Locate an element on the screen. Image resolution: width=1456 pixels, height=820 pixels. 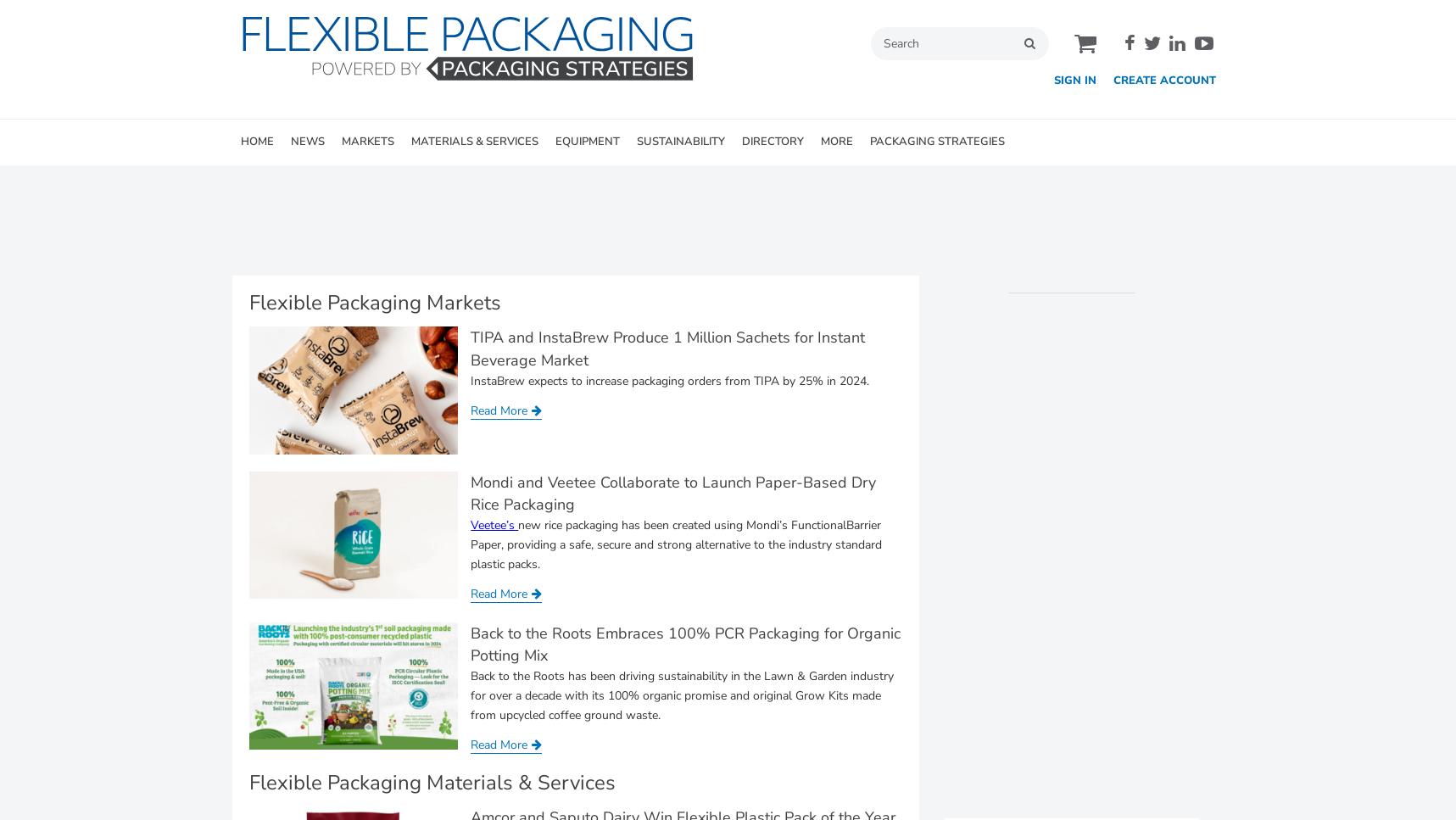
'SUSTAINABILITY' is located at coordinates (679, 142).